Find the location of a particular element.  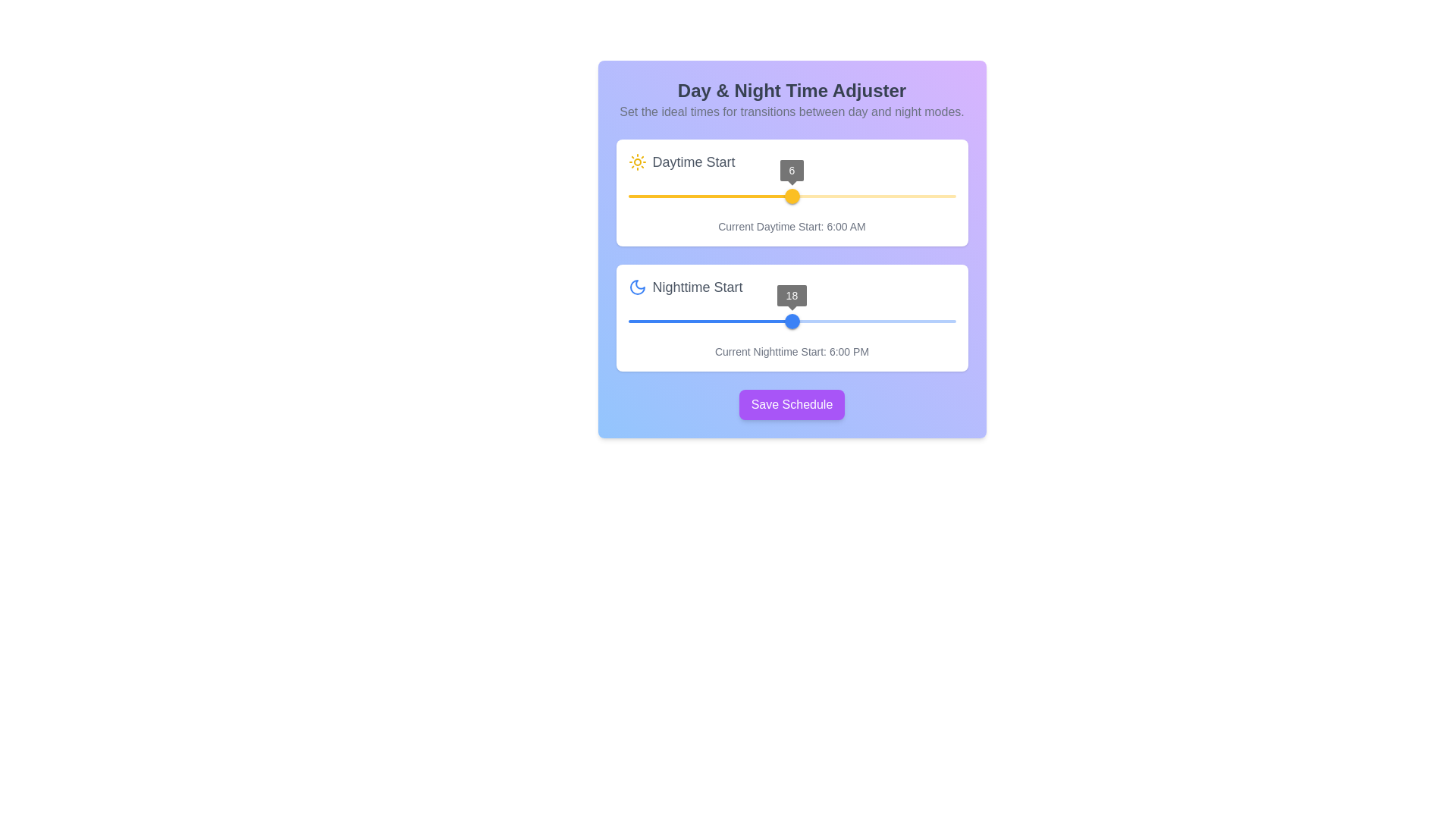

the nighttime start hour is located at coordinates (884, 303).